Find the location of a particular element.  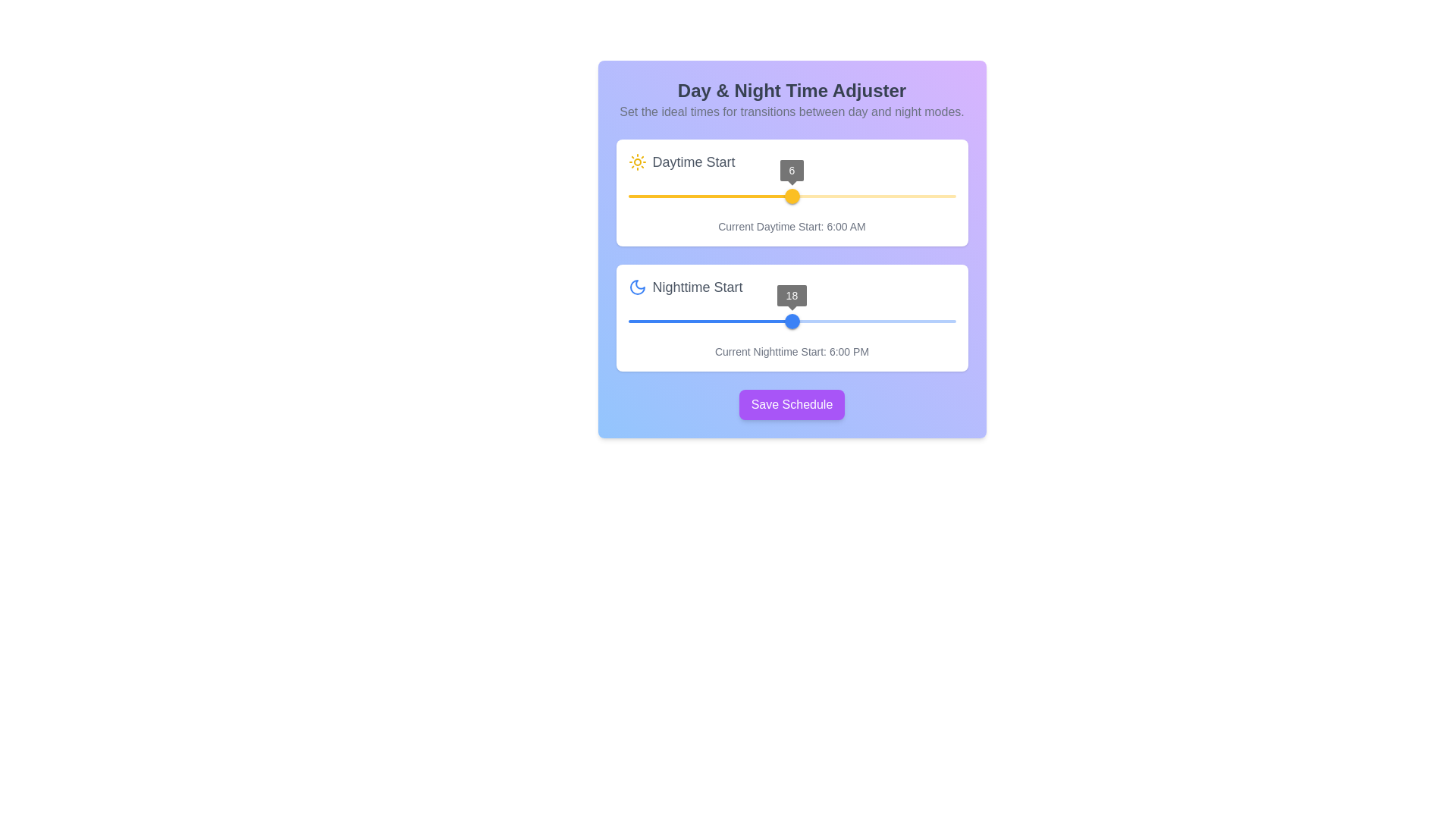

the nighttime start hour is located at coordinates (884, 303).